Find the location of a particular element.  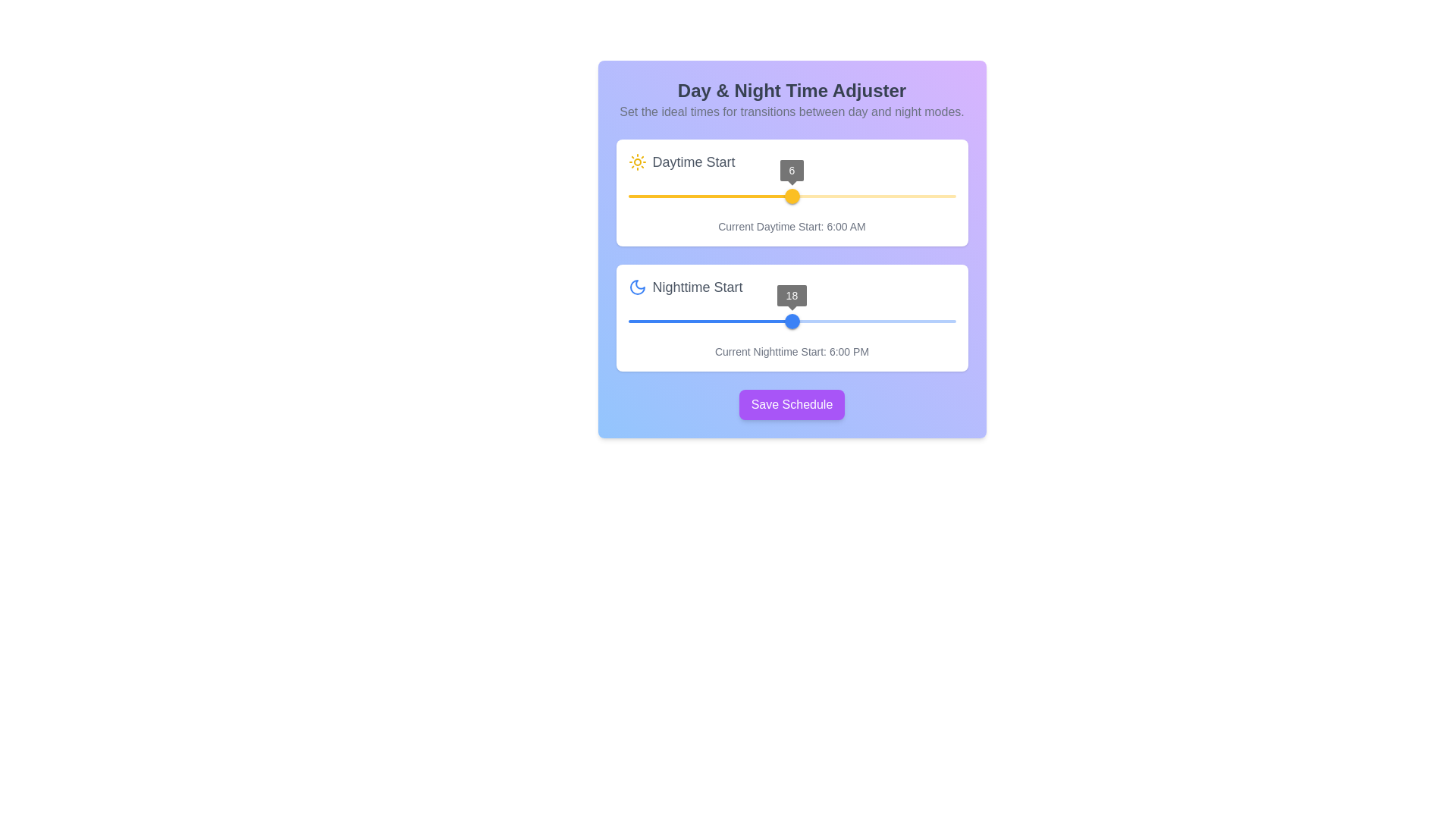

the nighttime start hour is located at coordinates (884, 303).